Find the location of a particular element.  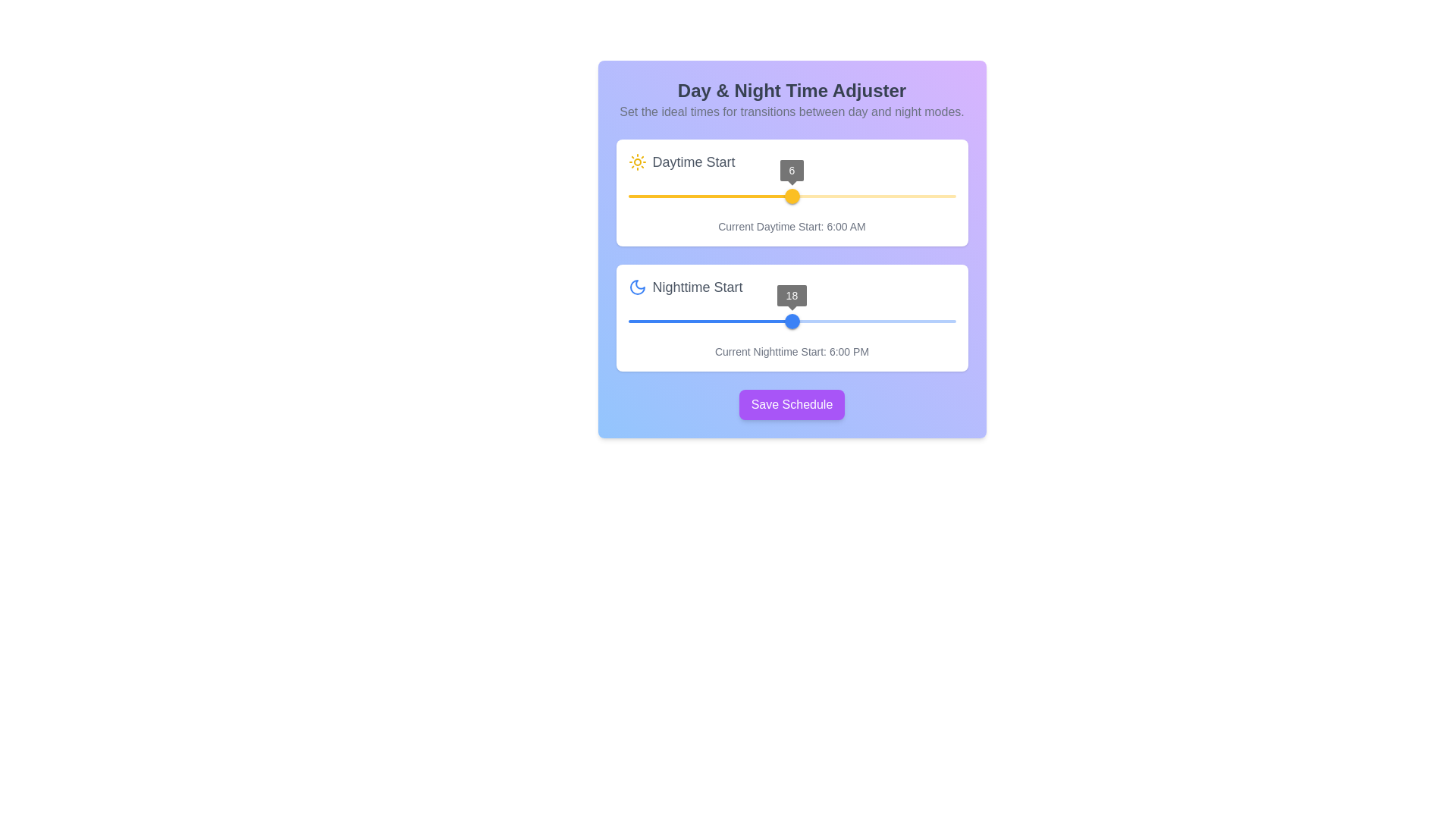

the nighttime start hour is located at coordinates (884, 303).